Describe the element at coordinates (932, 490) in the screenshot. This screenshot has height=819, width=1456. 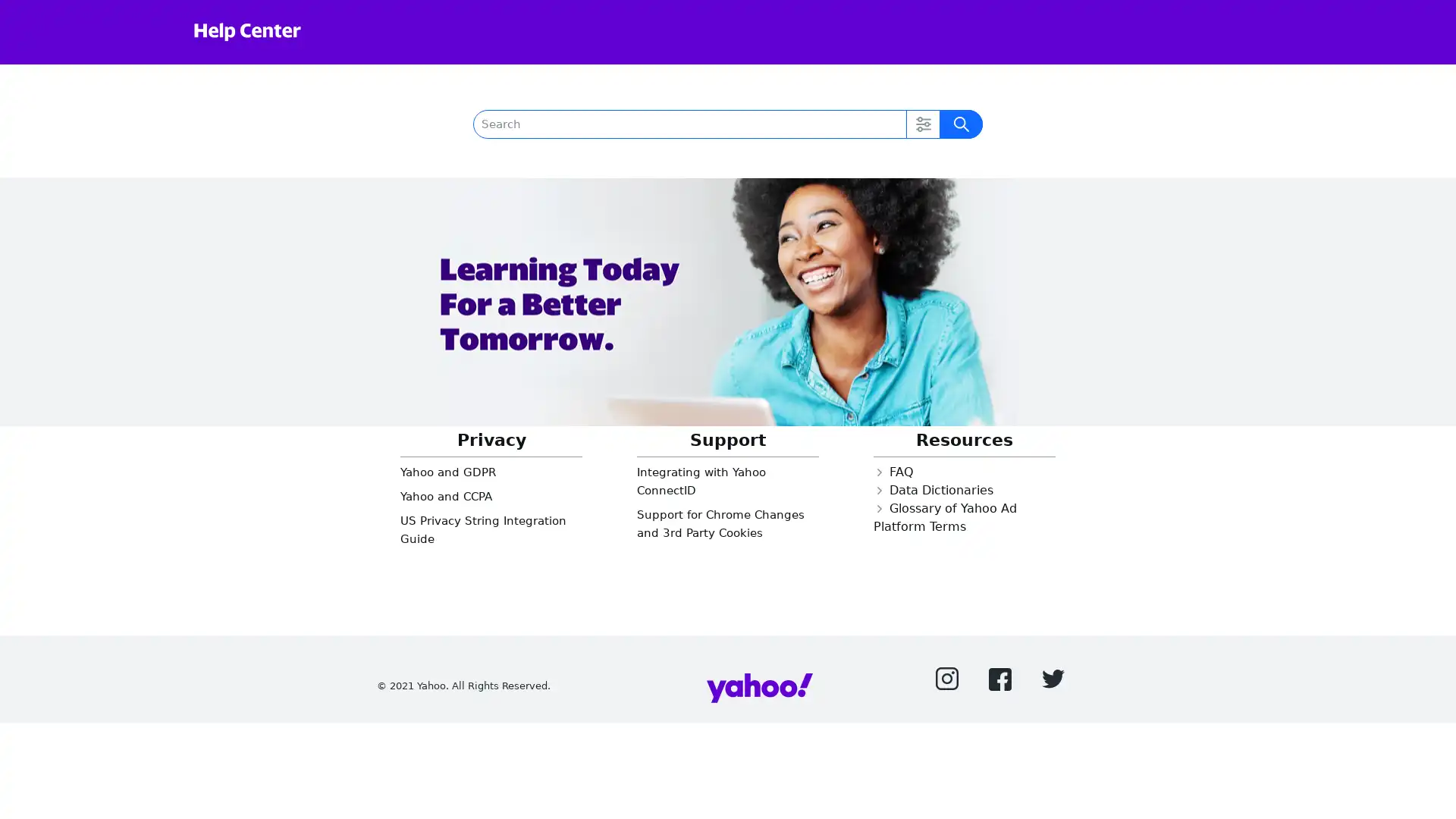
I see `Closed Data Dictionaries` at that location.